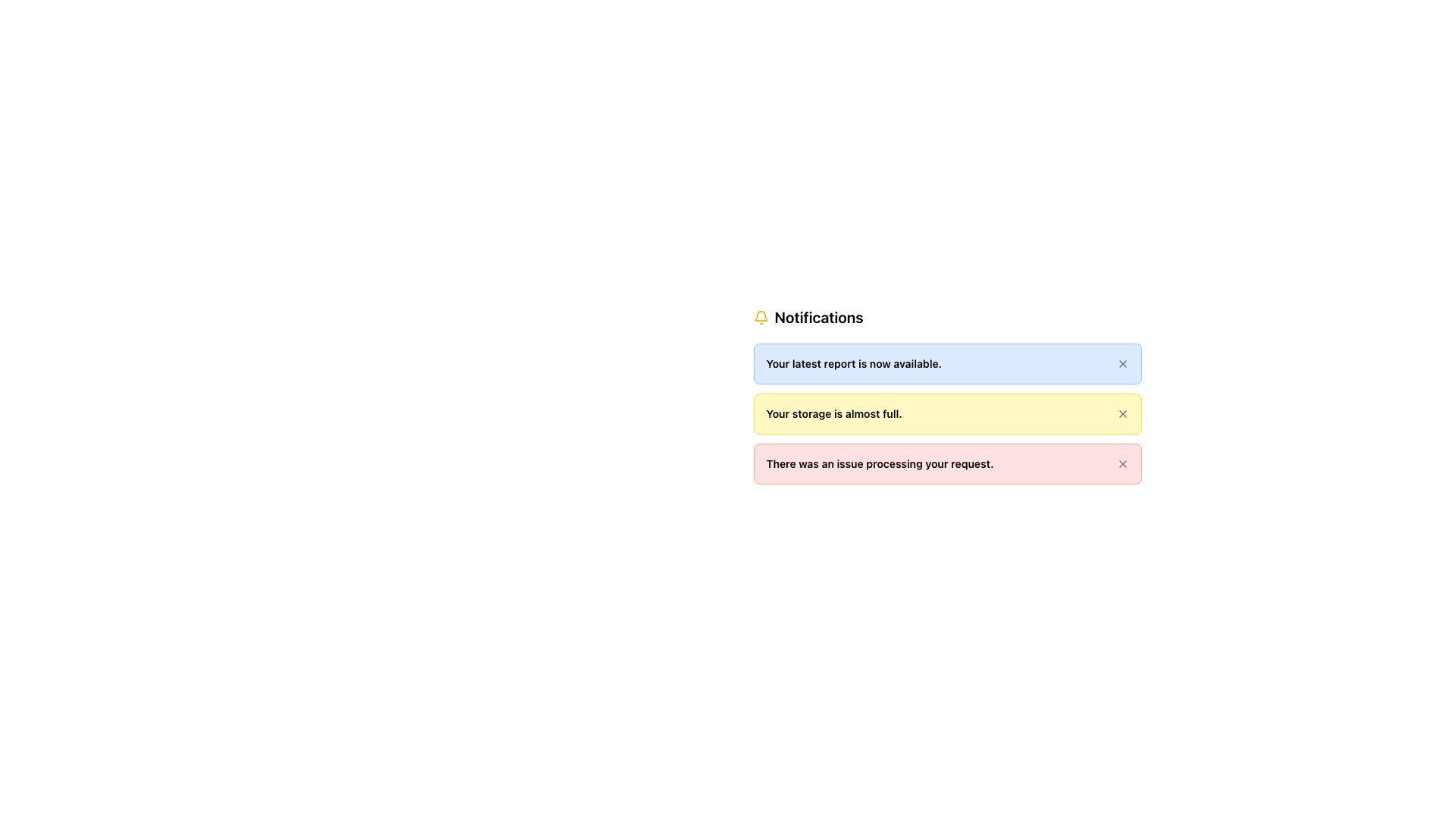  Describe the element at coordinates (1122, 463) in the screenshot. I see `the close icon (small square with 'X') in the top-right corner of the notification banner` at that location.